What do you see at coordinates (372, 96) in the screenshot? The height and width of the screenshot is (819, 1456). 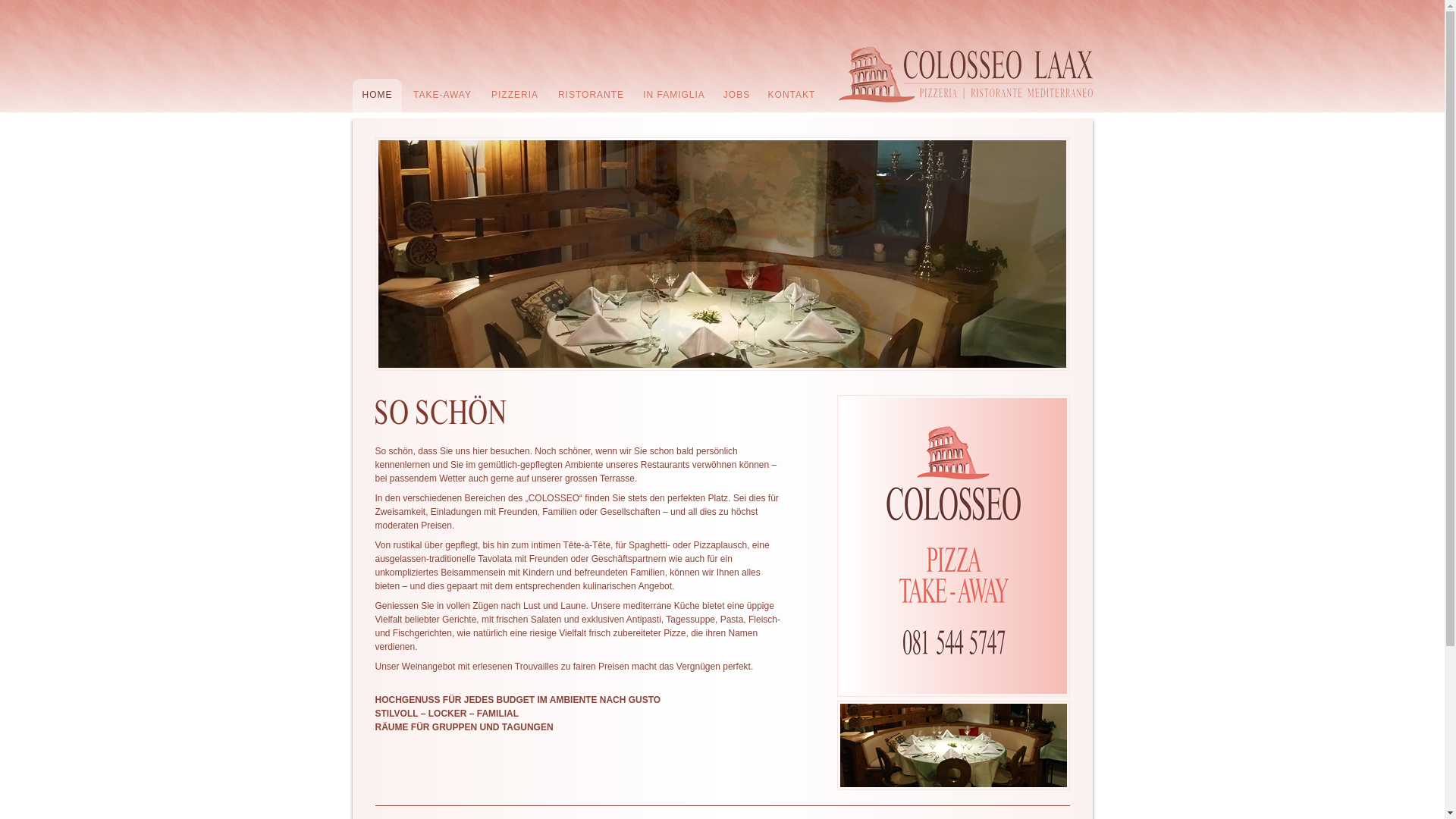 I see `'HOME'` at bounding box center [372, 96].